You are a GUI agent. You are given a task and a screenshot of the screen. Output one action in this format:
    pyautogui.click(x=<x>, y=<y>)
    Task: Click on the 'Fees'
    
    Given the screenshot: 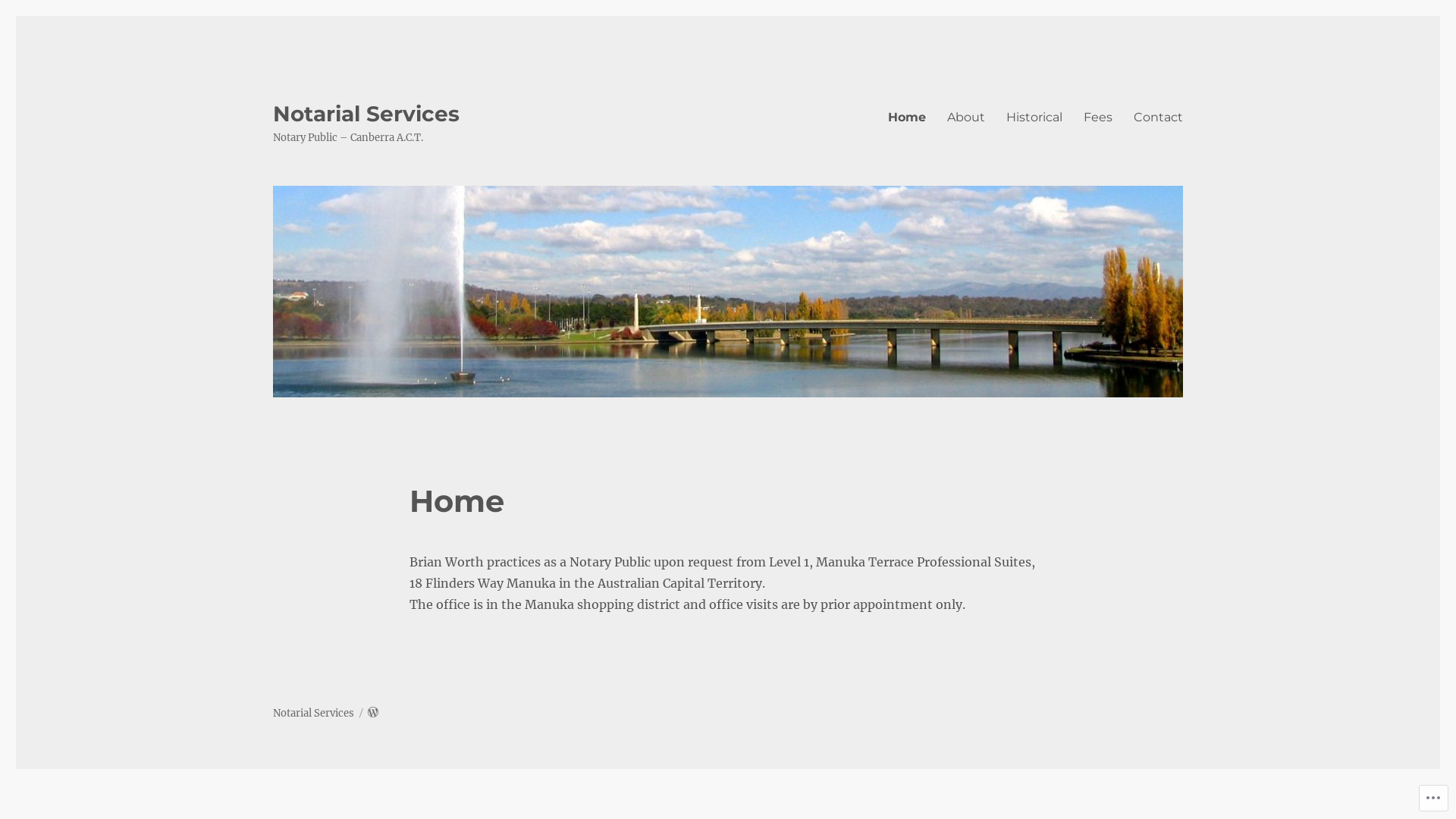 What is the action you would take?
    pyautogui.click(x=1098, y=116)
    